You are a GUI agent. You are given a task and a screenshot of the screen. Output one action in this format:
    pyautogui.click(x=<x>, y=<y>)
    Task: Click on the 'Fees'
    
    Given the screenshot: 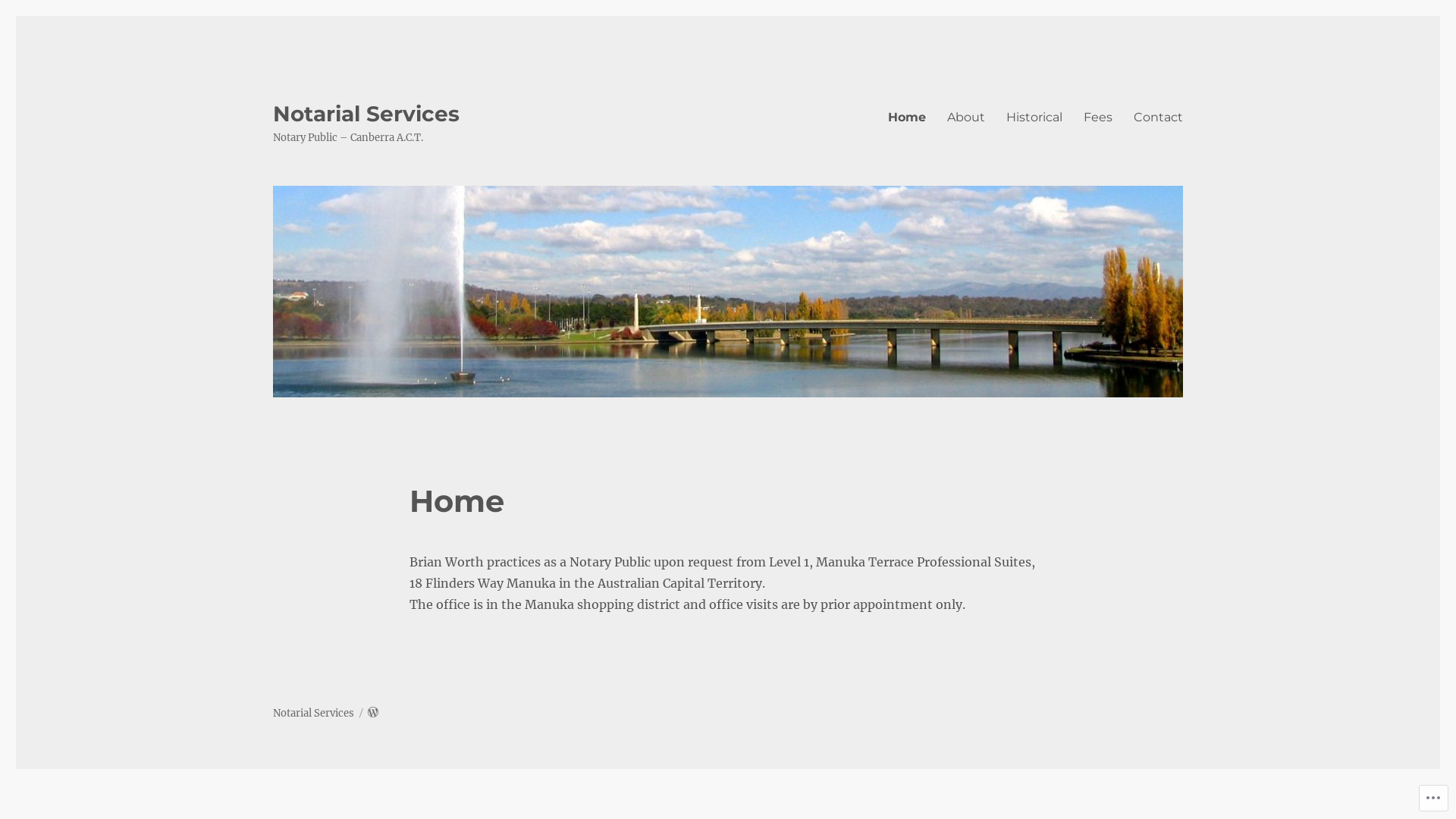 What is the action you would take?
    pyautogui.click(x=1098, y=116)
    